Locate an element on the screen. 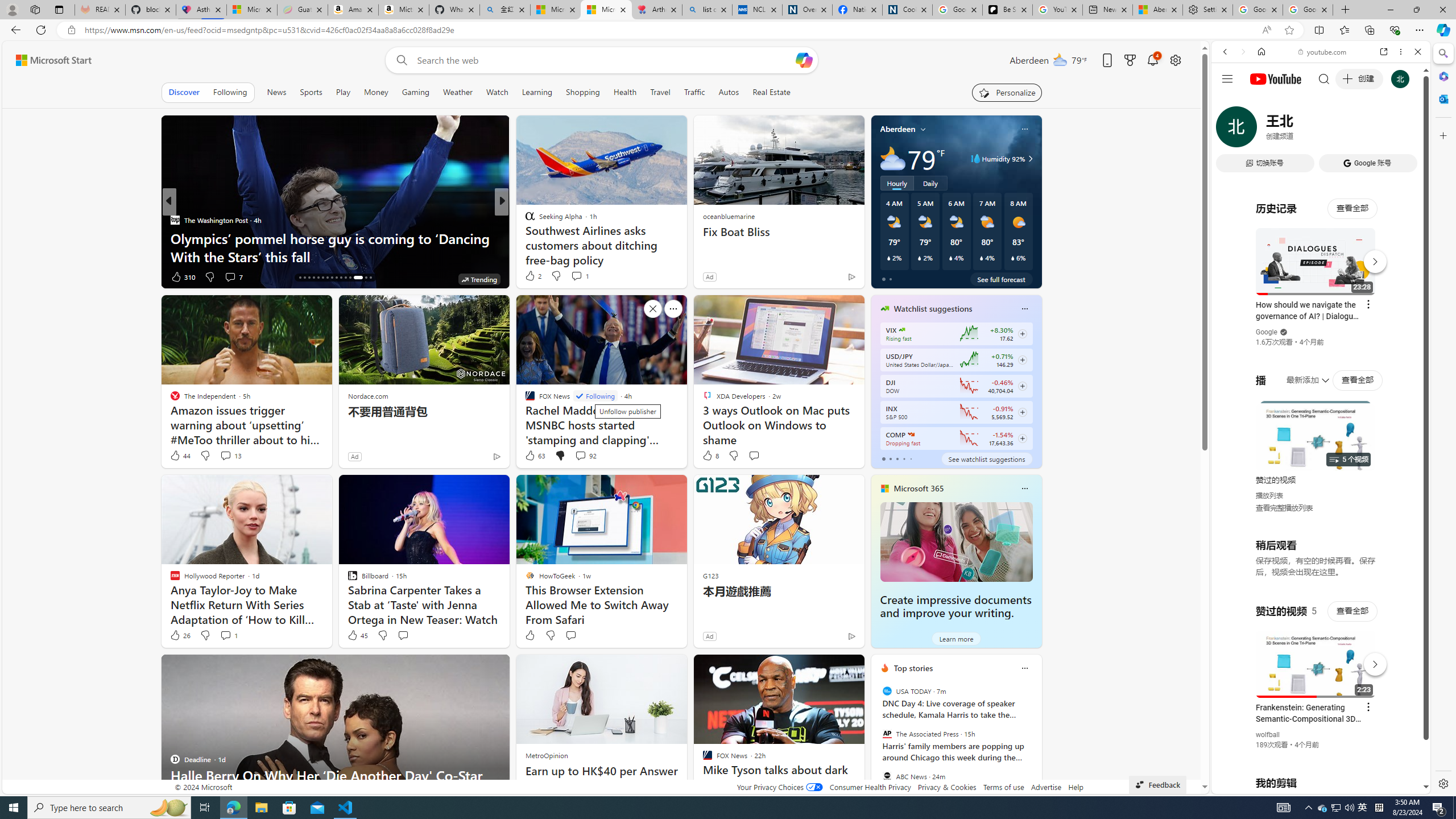  'tab-0' is located at coordinates (883, 459).